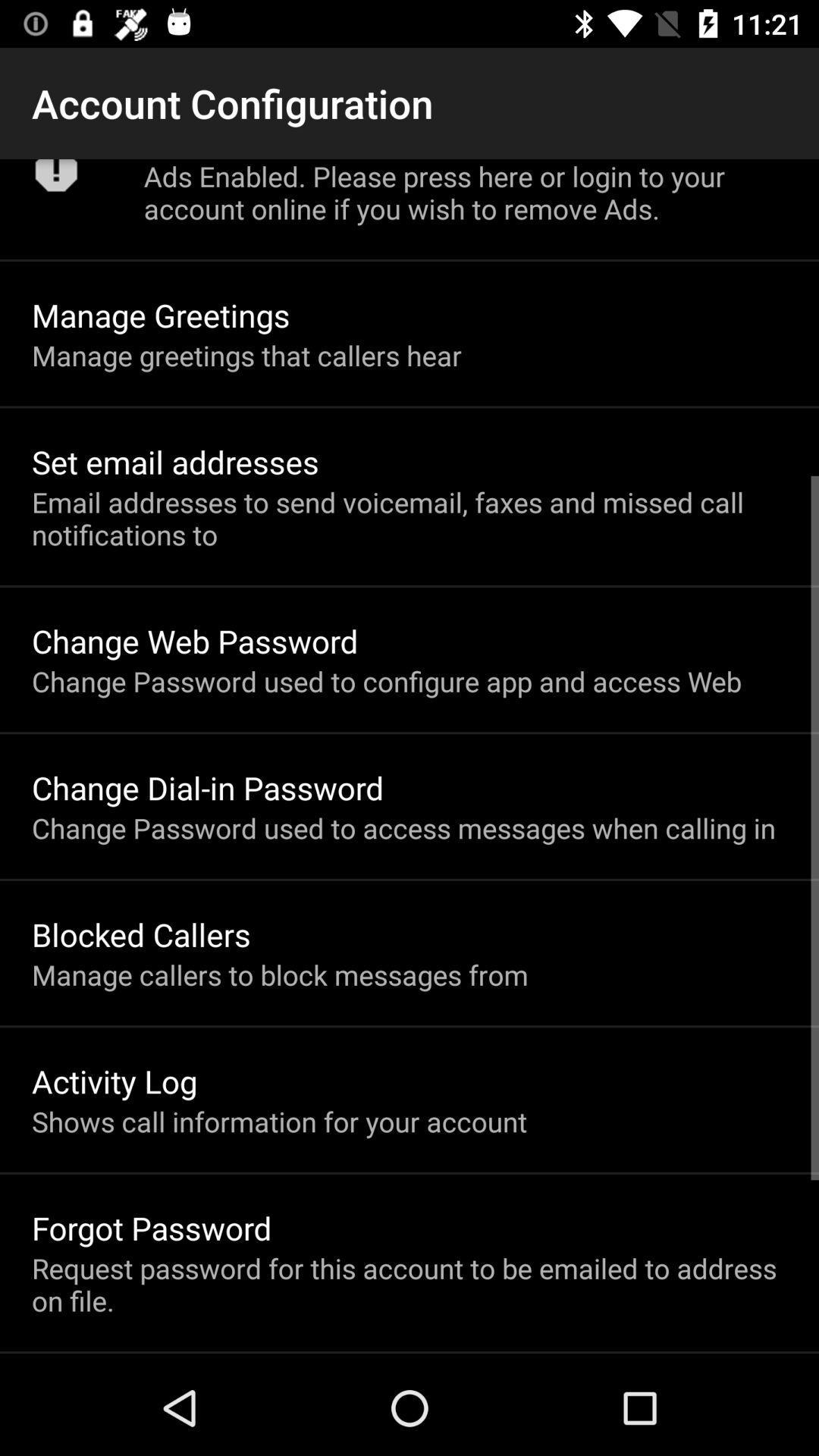  Describe the element at coordinates (55, 180) in the screenshot. I see `the icon to the left of ads enabled please icon` at that location.